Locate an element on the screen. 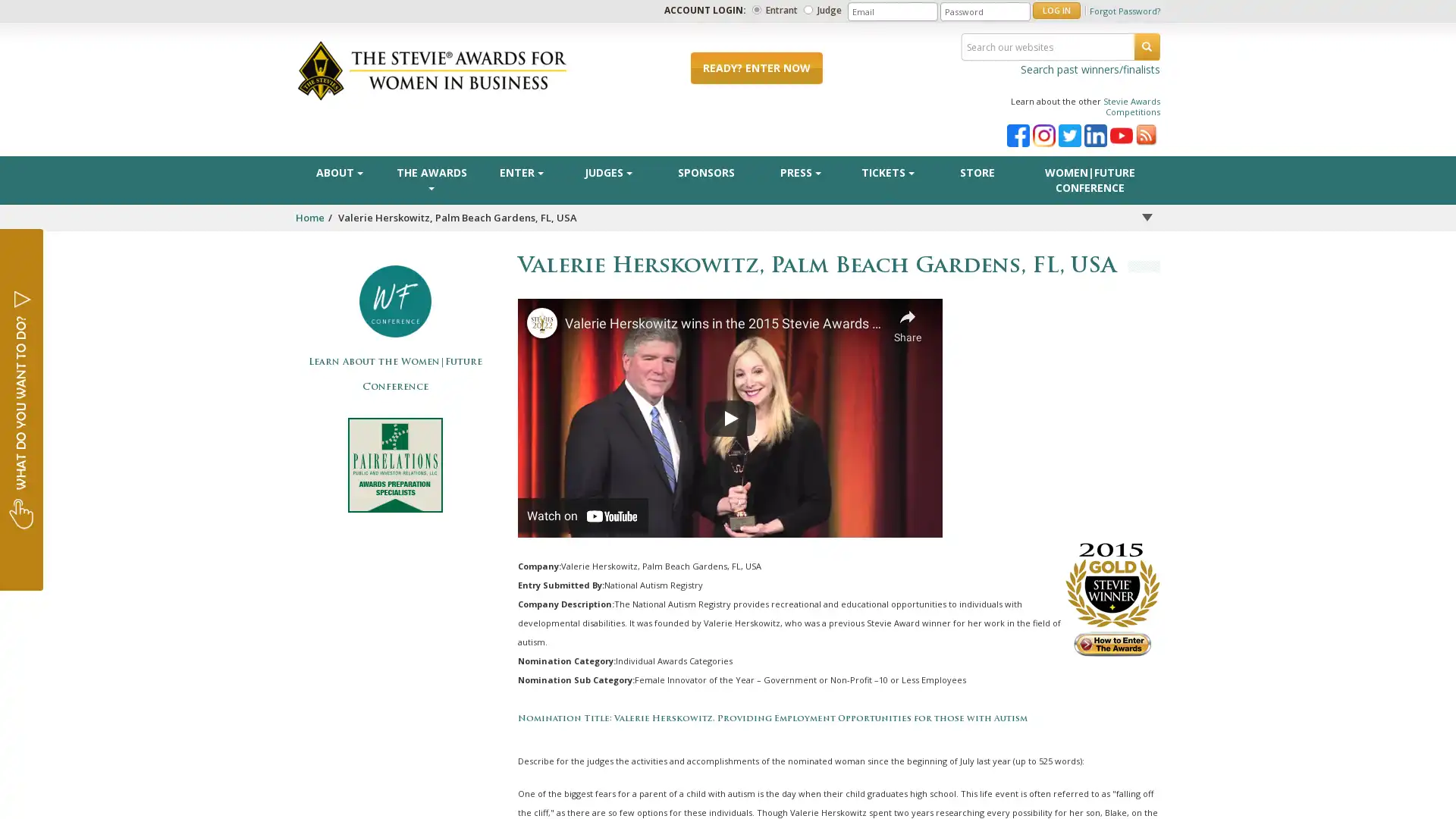  LOG IN is located at coordinates (1056, 11).